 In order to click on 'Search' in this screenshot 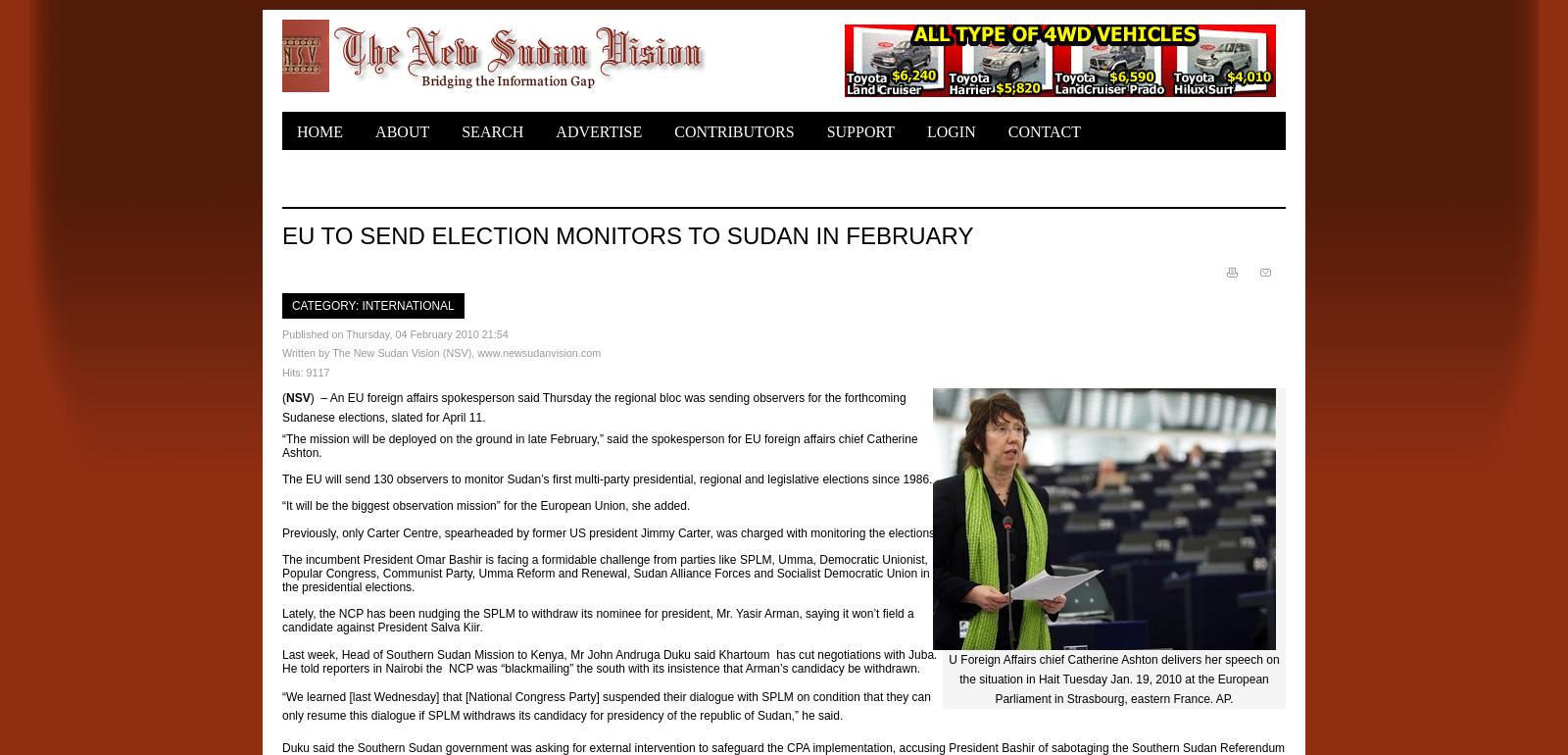, I will do `click(491, 131)`.